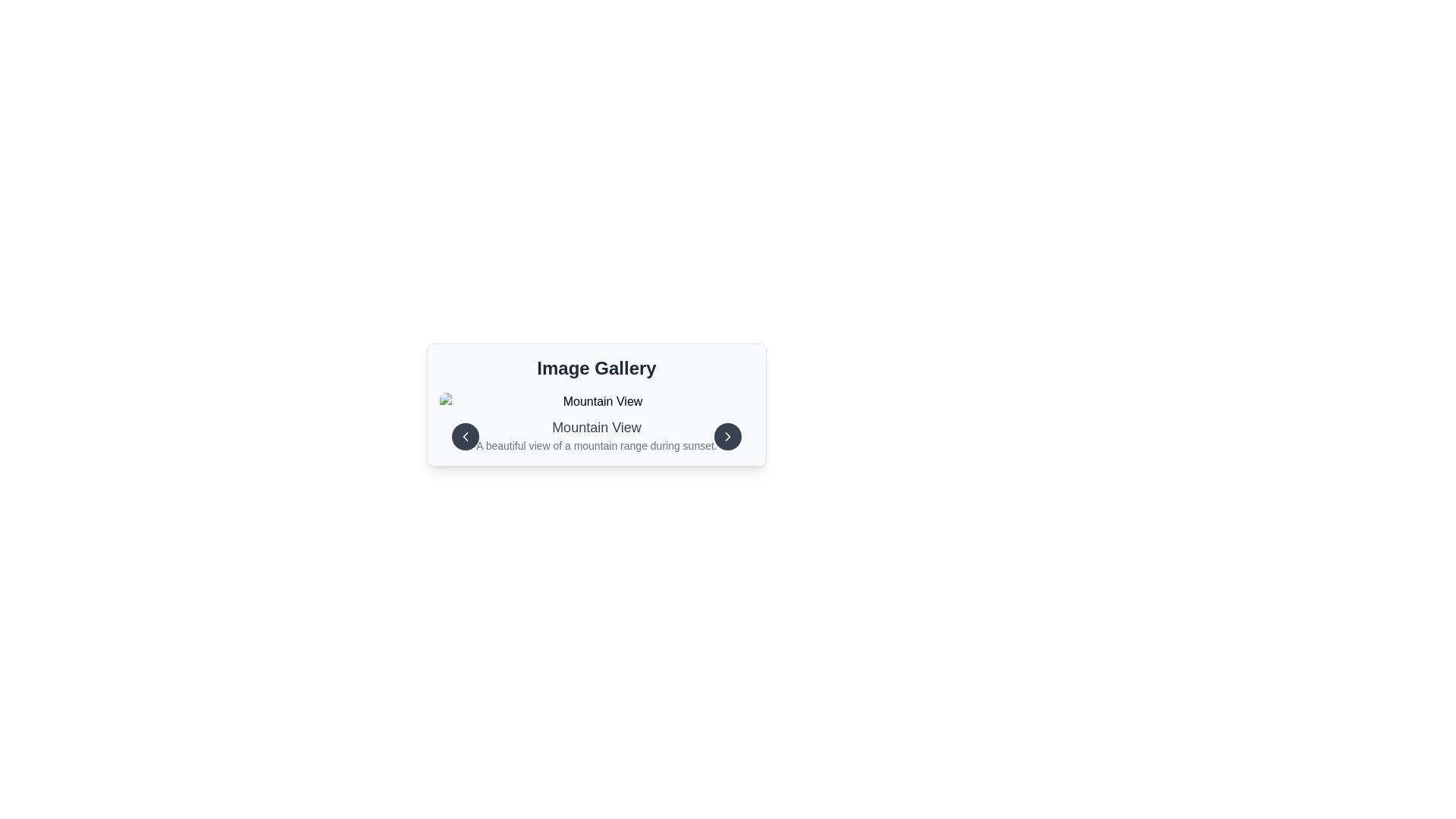  What do you see at coordinates (728, 436) in the screenshot?
I see `the Chevron Icon located within the circular button at the lower right corner of the content card` at bounding box center [728, 436].